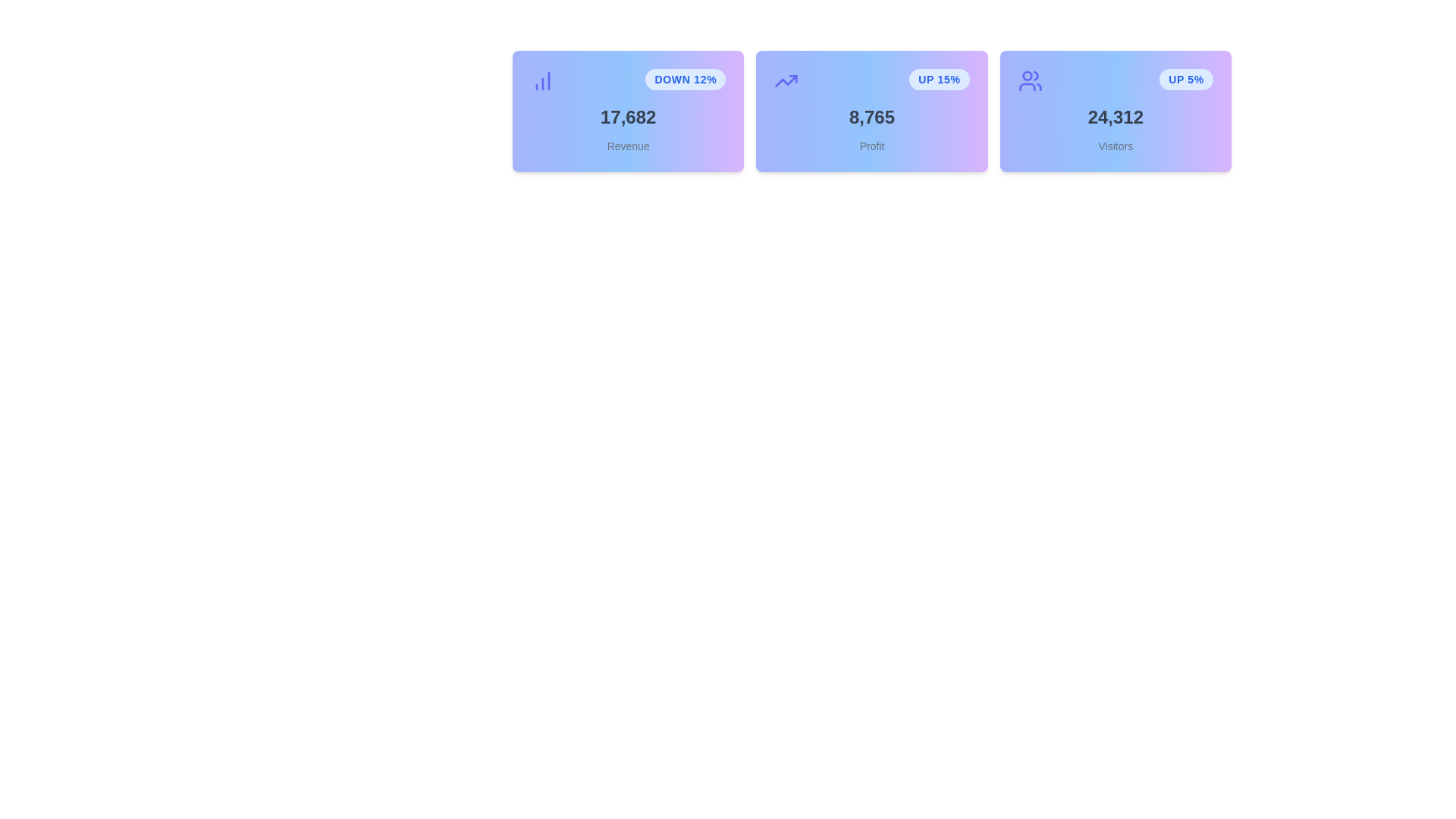 This screenshot has width=1456, height=819. I want to click on the middle dashboard summary widget that displays key performance indicators such as profit, visitor count, or revenue, so click(872, 110).